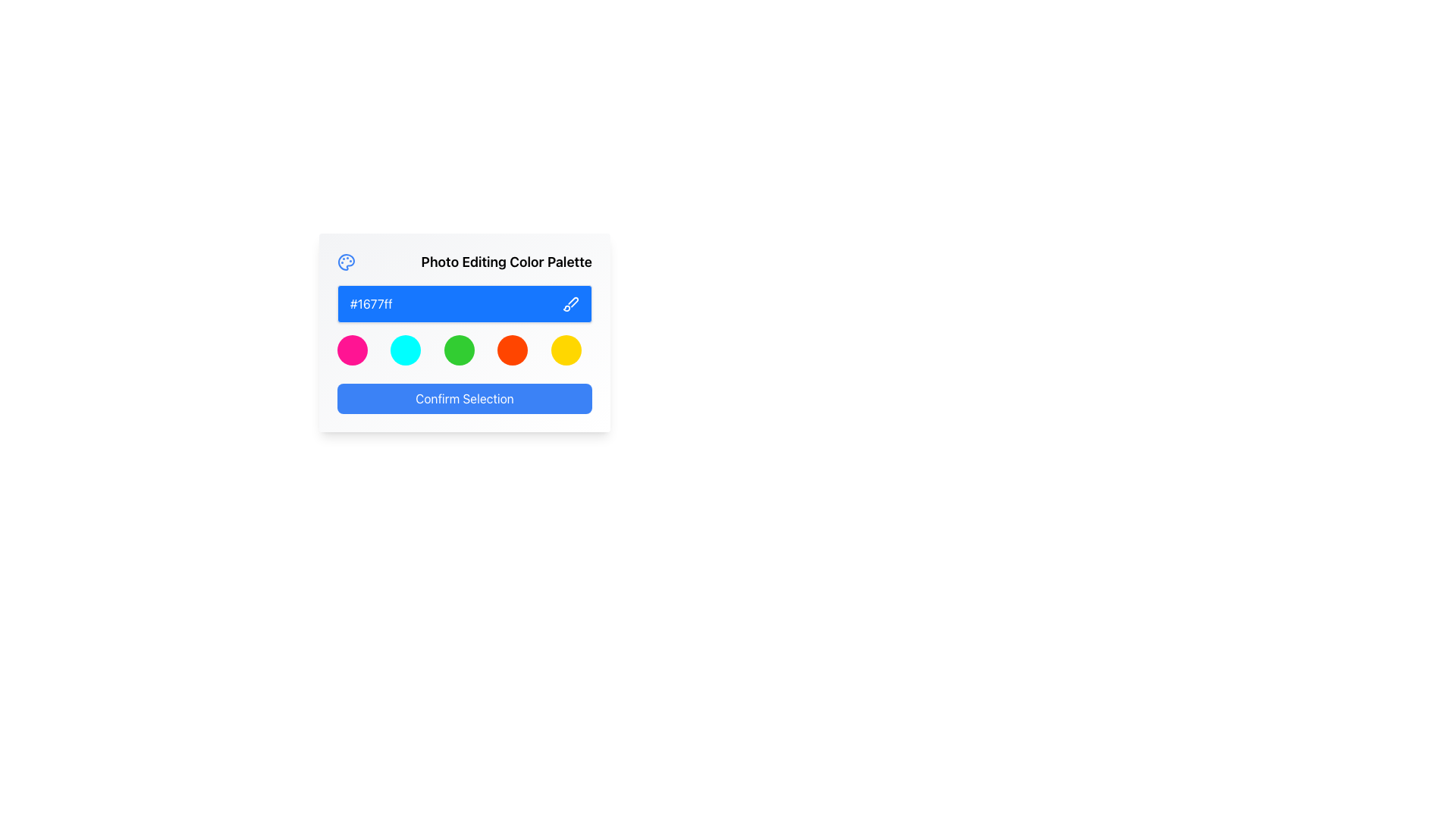 Image resolution: width=1456 pixels, height=819 pixels. What do you see at coordinates (345, 262) in the screenshot?
I see `the graphical icon representing the color palette in the top-left corner of the Photo Editing Color Palette dialog box` at bounding box center [345, 262].